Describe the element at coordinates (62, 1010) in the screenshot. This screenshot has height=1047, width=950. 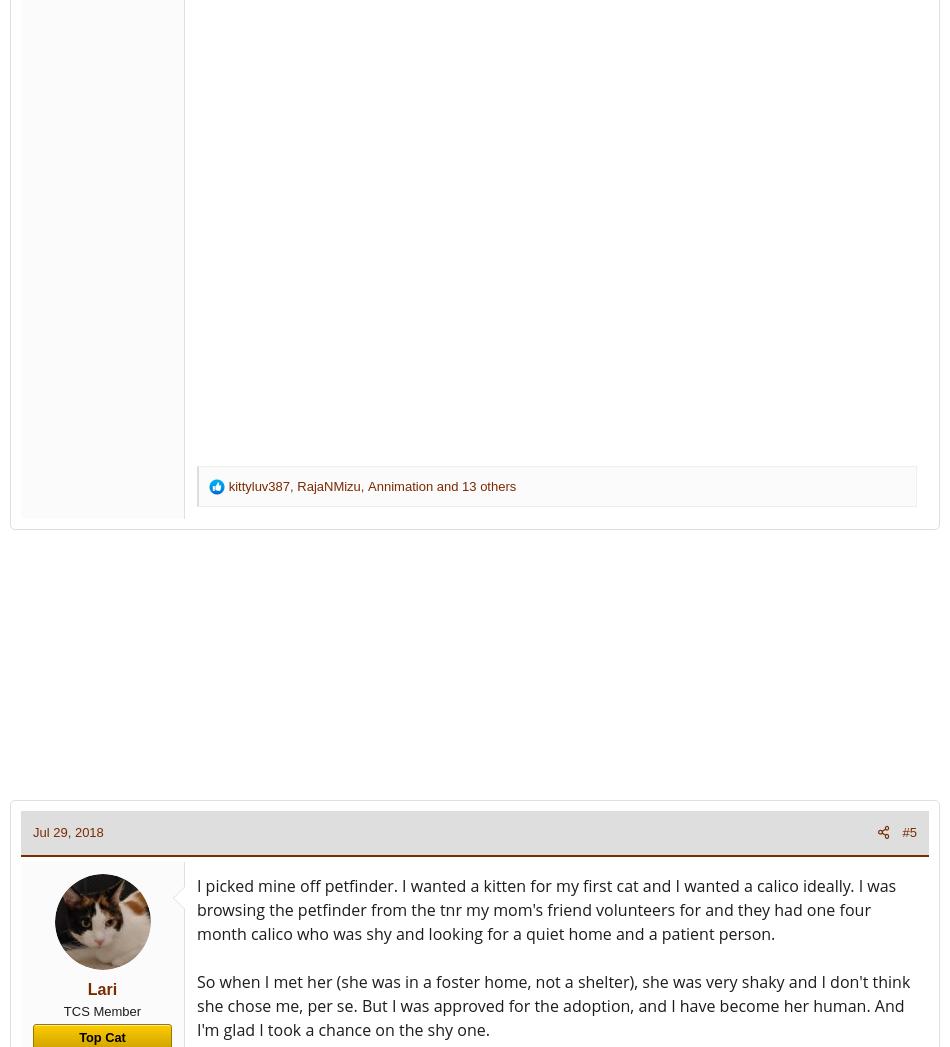
I see `'TCS Member'` at that location.